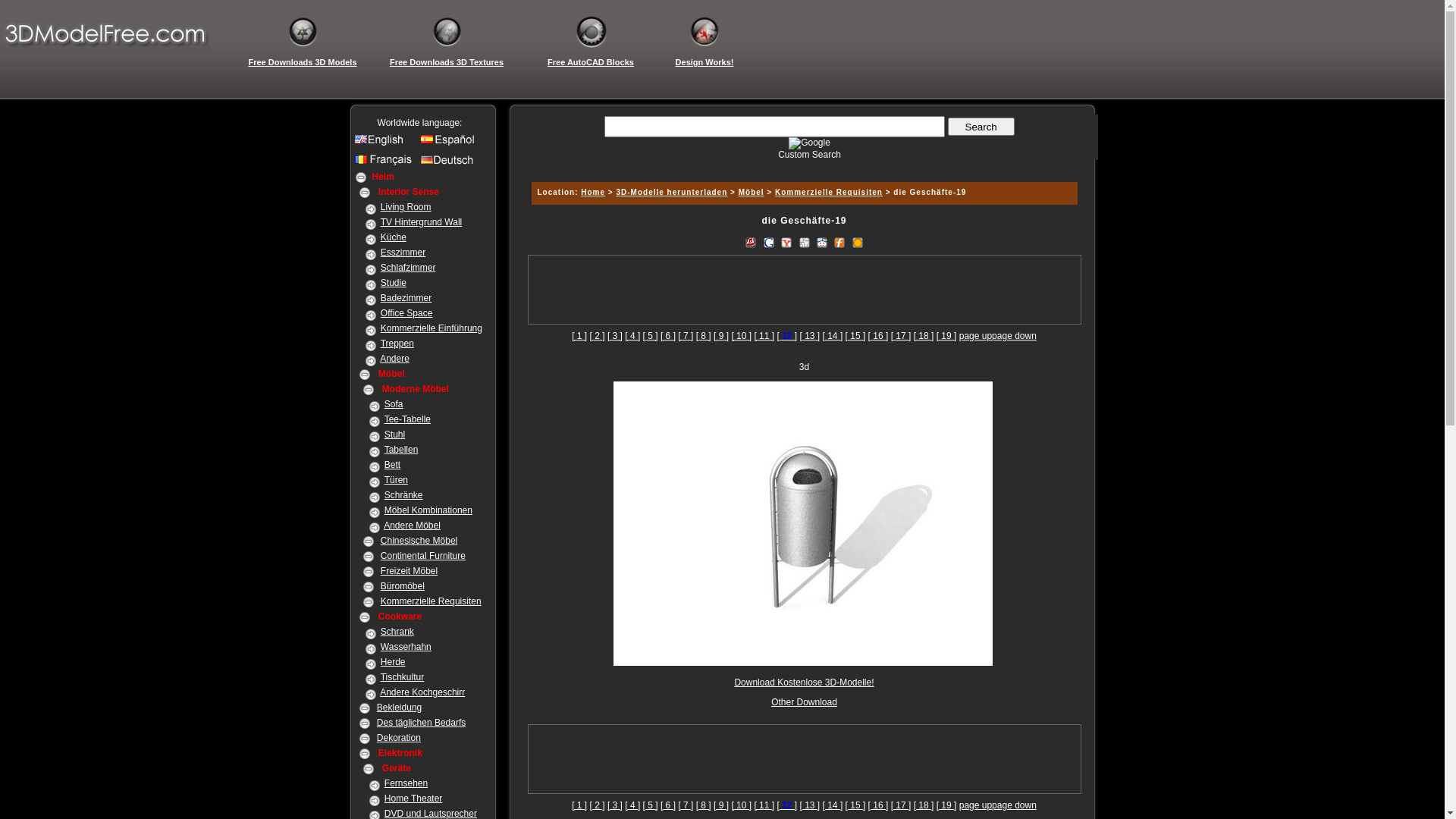  What do you see at coordinates (353, 164) in the screenshot?
I see `'France site'` at bounding box center [353, 164].